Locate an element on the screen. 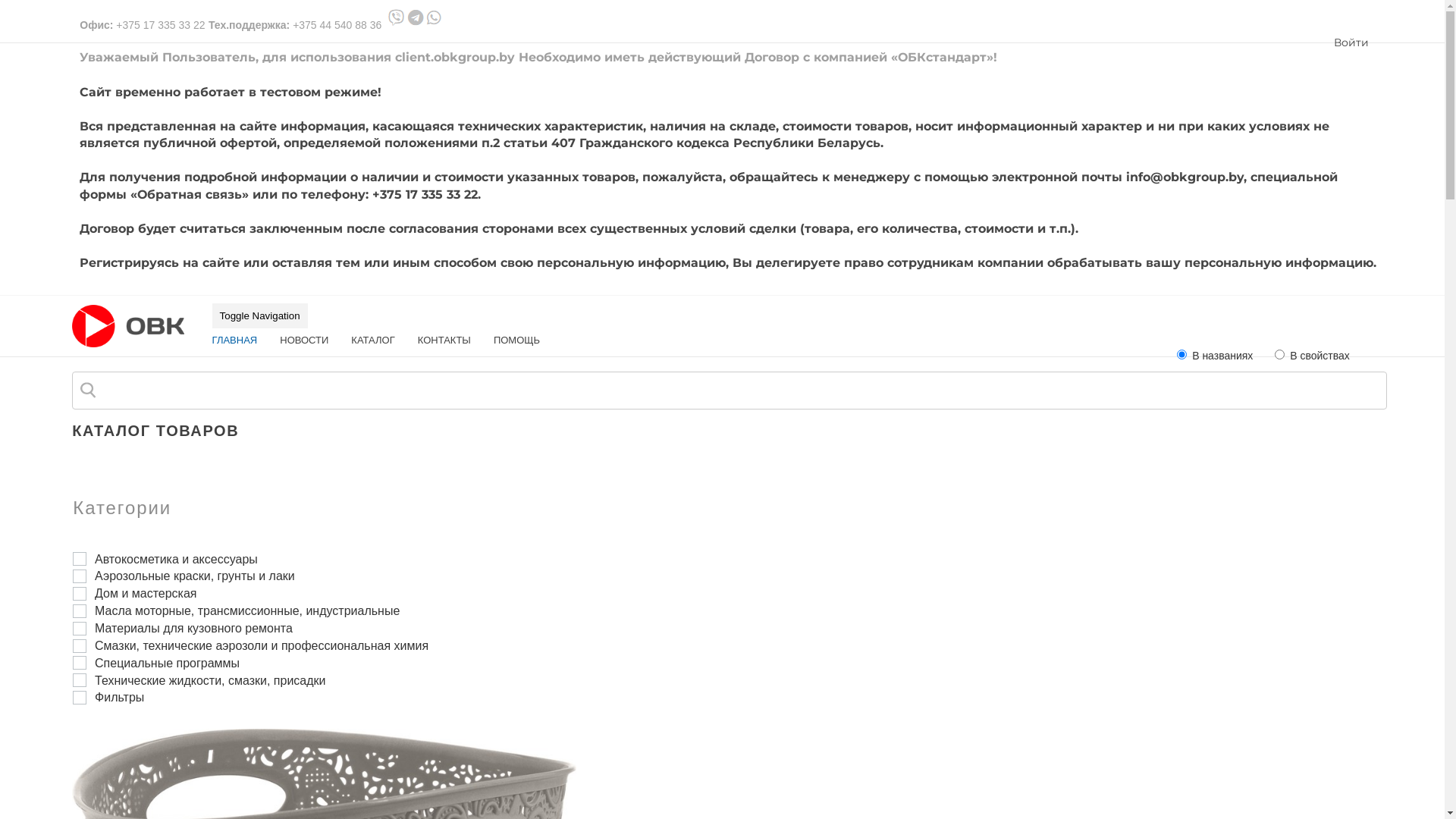 The width and height of the screenshot is (1456, 819). '+375 44 540 88 36' is located at coordinates (292, 25).